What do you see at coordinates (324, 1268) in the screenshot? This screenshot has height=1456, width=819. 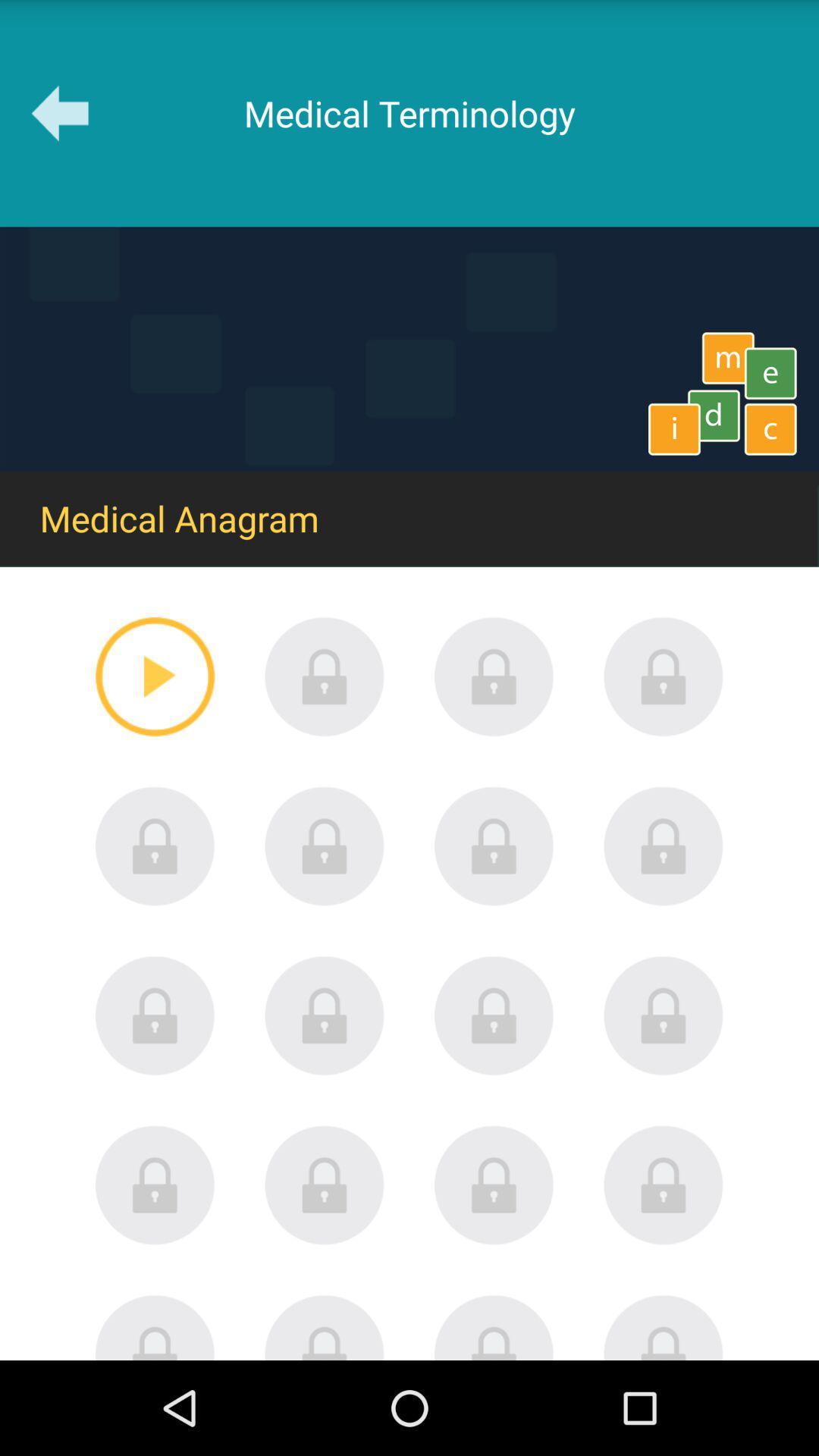 I see `the lock icon` at bounding box center [324, 1268].